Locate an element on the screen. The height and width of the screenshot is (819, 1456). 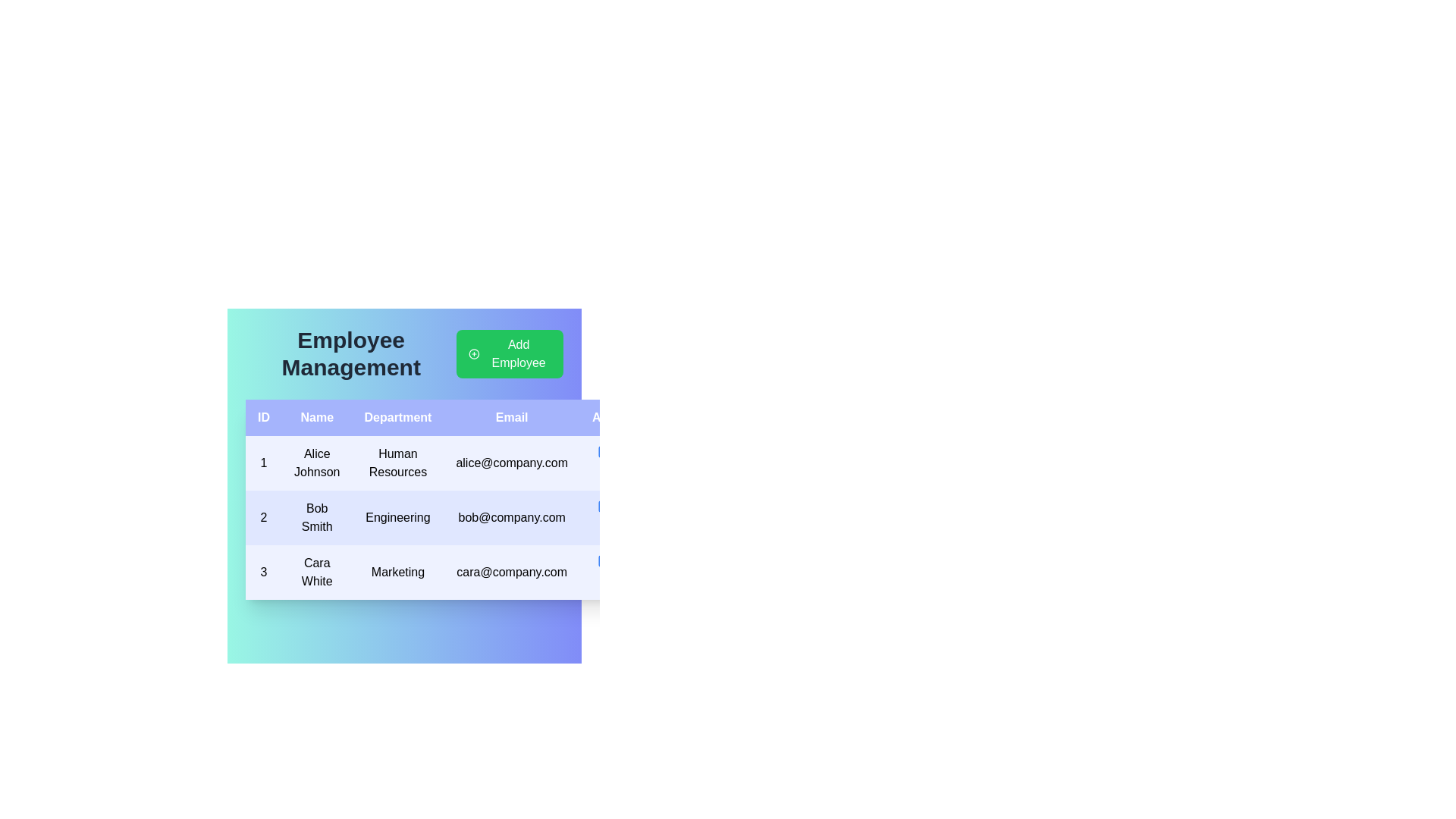
the static text label indicating the department designation 'Engineering' for the entry of 'Bob Smith' in the third column of the table is located at coordinates (397, 516).